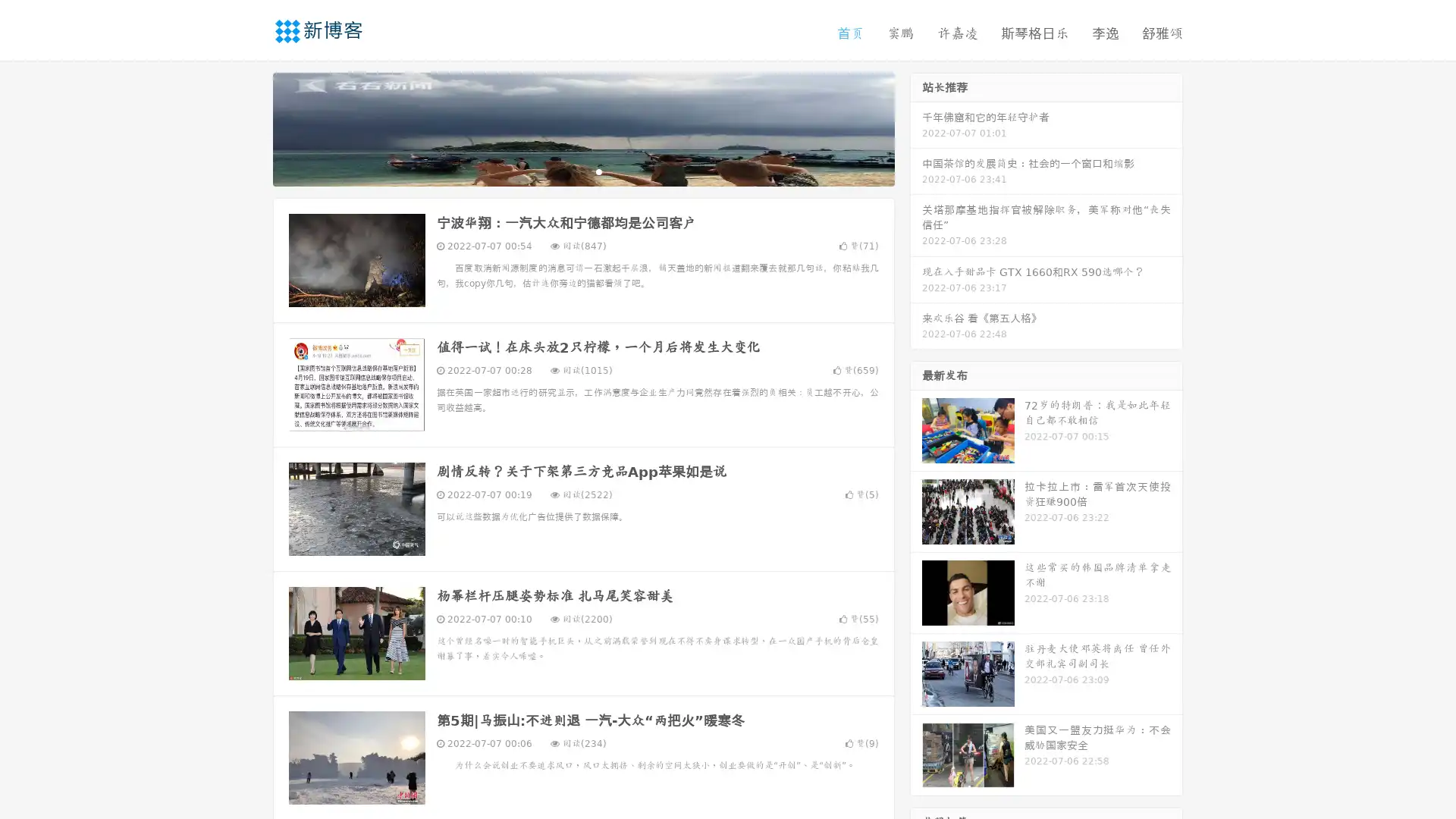 The width and height of the screenshot is (1456, 819). Describe the element at coordinates (598, 171) in the screenshot. I see `Go to slide 3` at that location.